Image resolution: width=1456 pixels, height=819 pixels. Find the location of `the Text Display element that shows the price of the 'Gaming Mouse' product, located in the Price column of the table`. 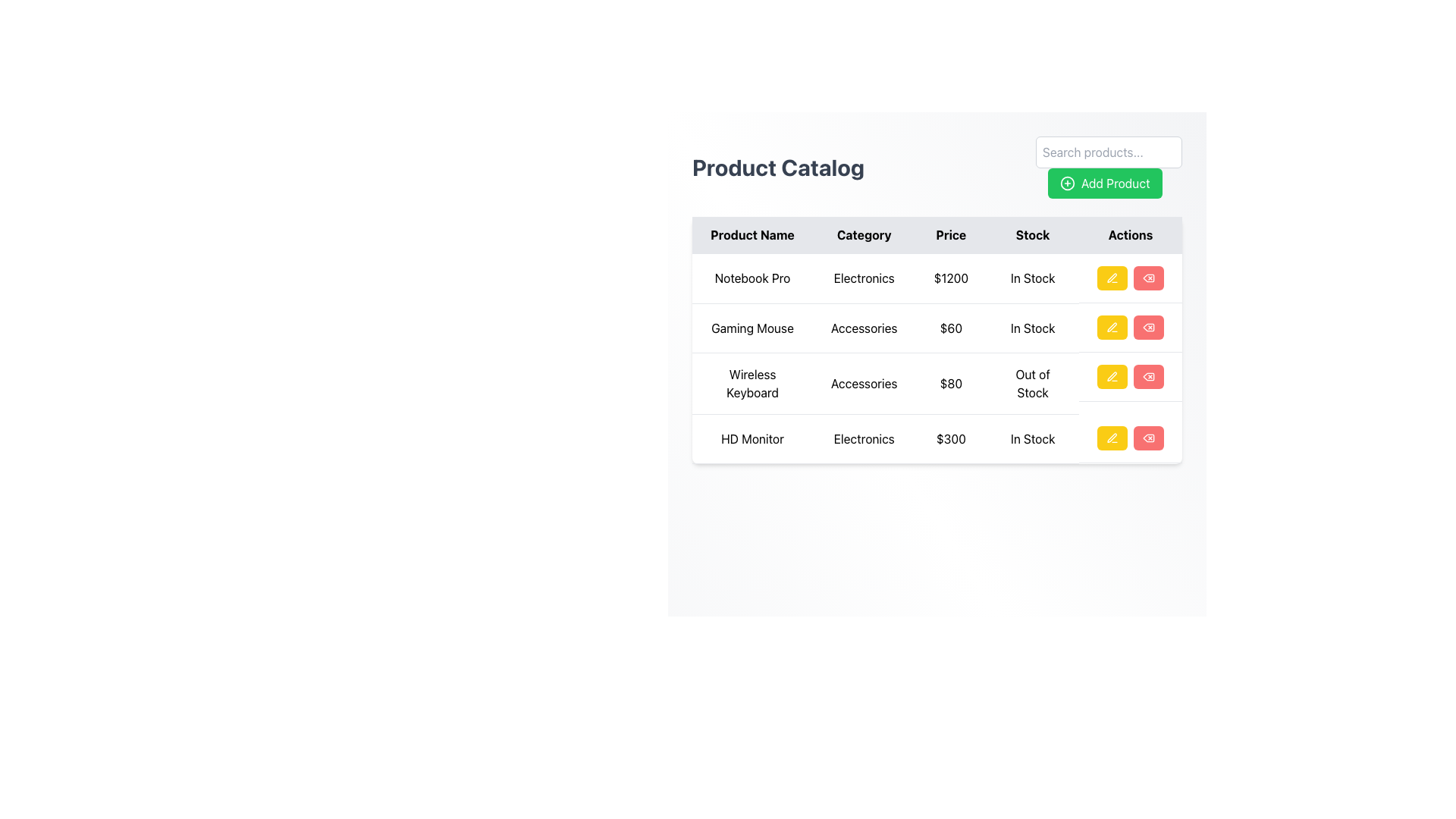

the Text Display element that shows the price of the 'Gaming Mouse' product, located in the Price column of the table is located at coordinates (950, 327).